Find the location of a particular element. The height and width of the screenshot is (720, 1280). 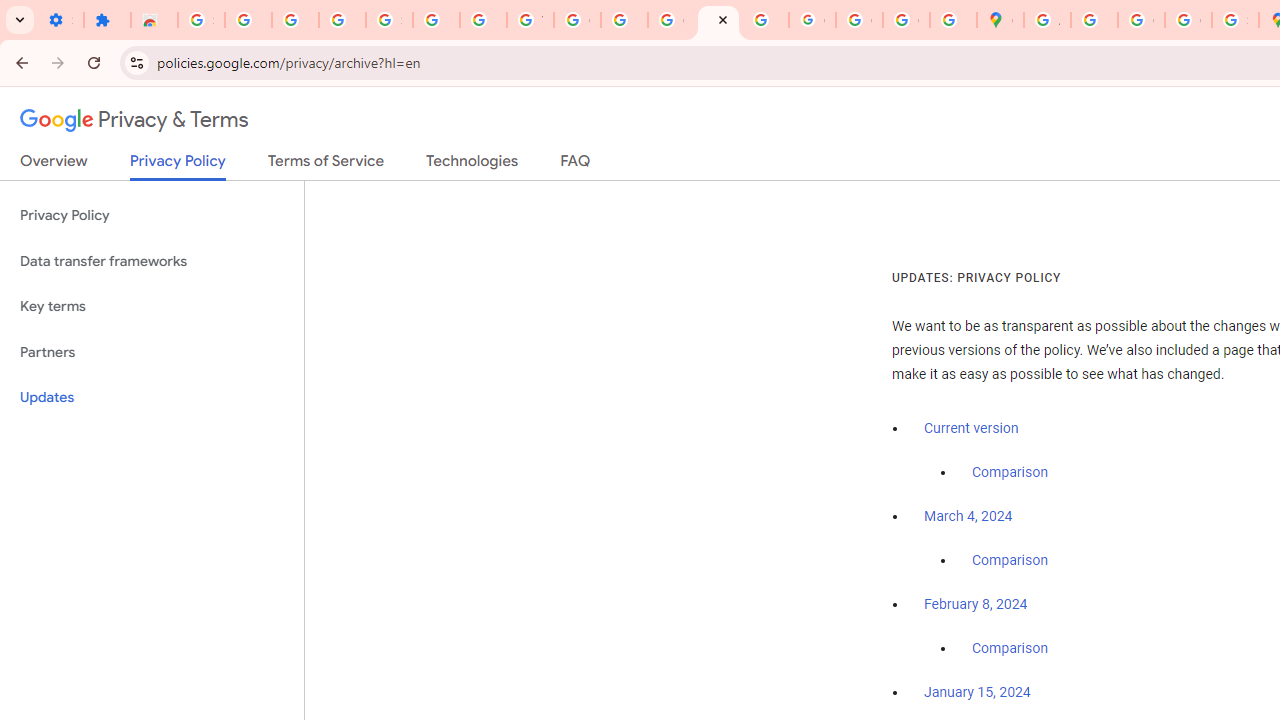

'Reviews: Helix Fruit Jump Arcade Game' is located at coordinates (153, 20).